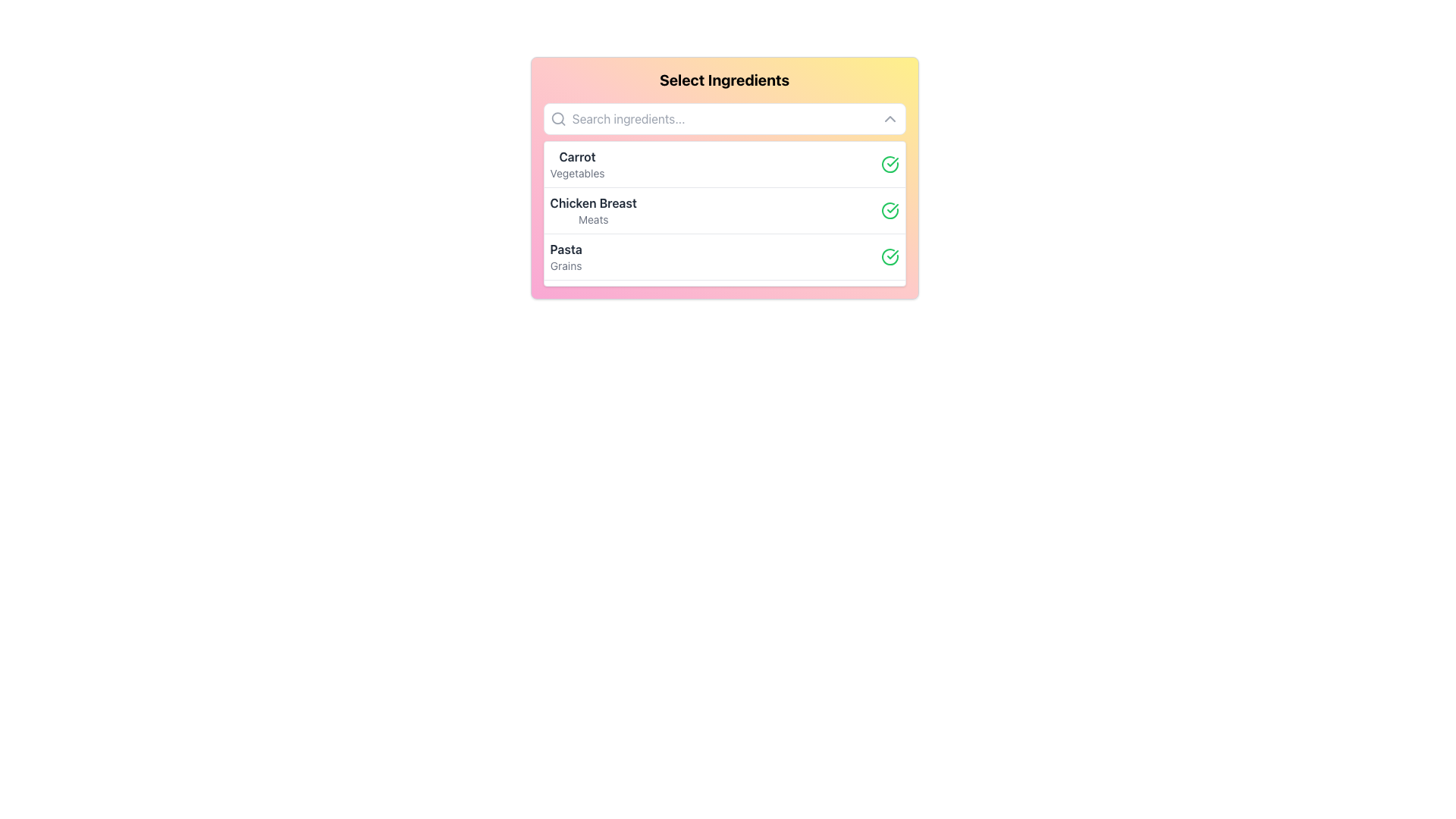 The image size is (1456, 819). What do you see at coordinates (557, 118) in the screenshot?
I see `the search icon representing the search functionality located at the leftmost end inside the search bar of the 'Select Ingredients' panel` at bounding box center [557, 118].